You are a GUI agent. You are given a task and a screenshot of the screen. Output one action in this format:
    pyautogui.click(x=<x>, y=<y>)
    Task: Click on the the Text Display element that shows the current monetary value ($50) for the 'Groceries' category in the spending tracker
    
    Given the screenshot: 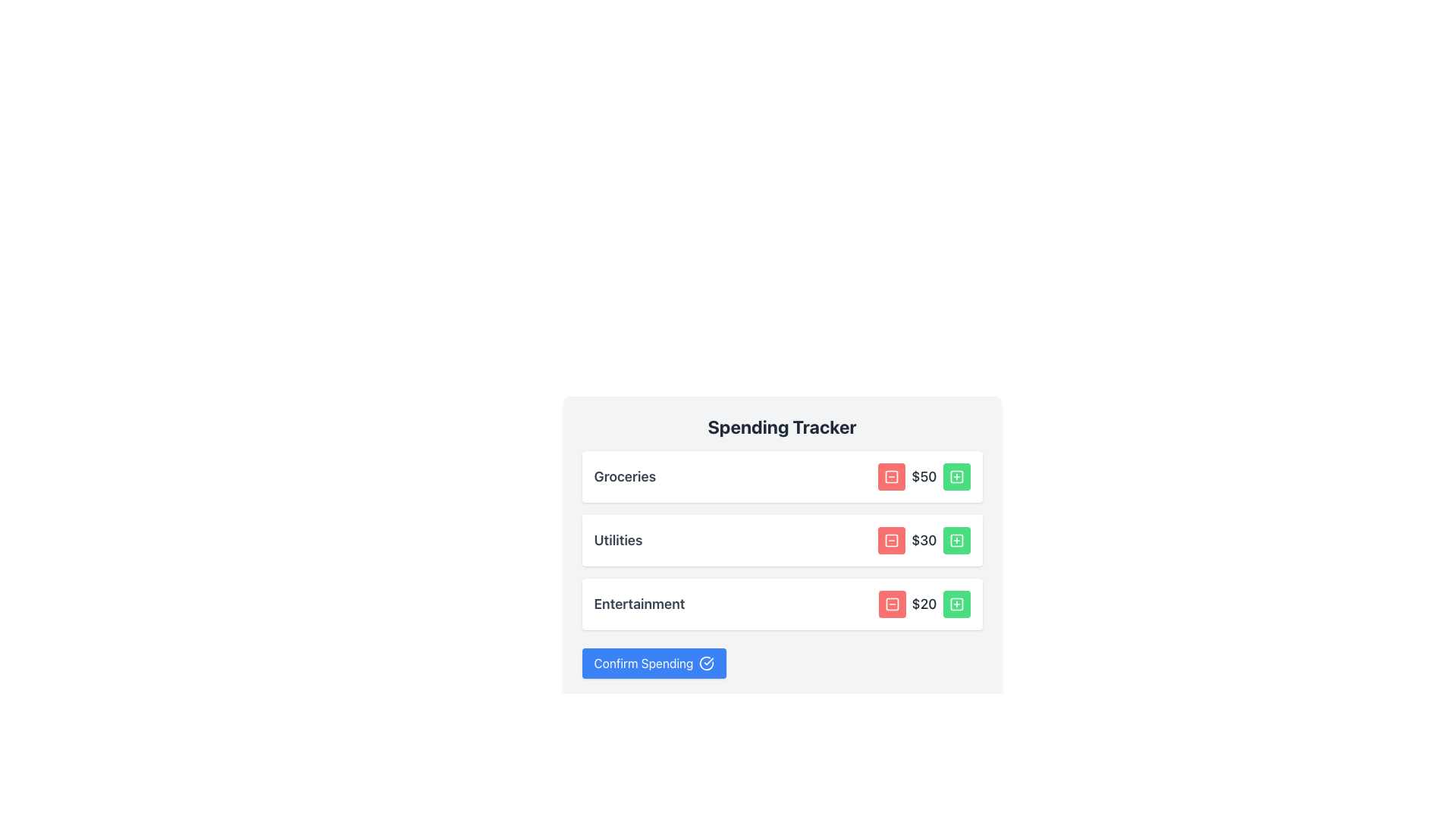 What is the action you would take?
    pyautogui.click(x=923, y=475)
    